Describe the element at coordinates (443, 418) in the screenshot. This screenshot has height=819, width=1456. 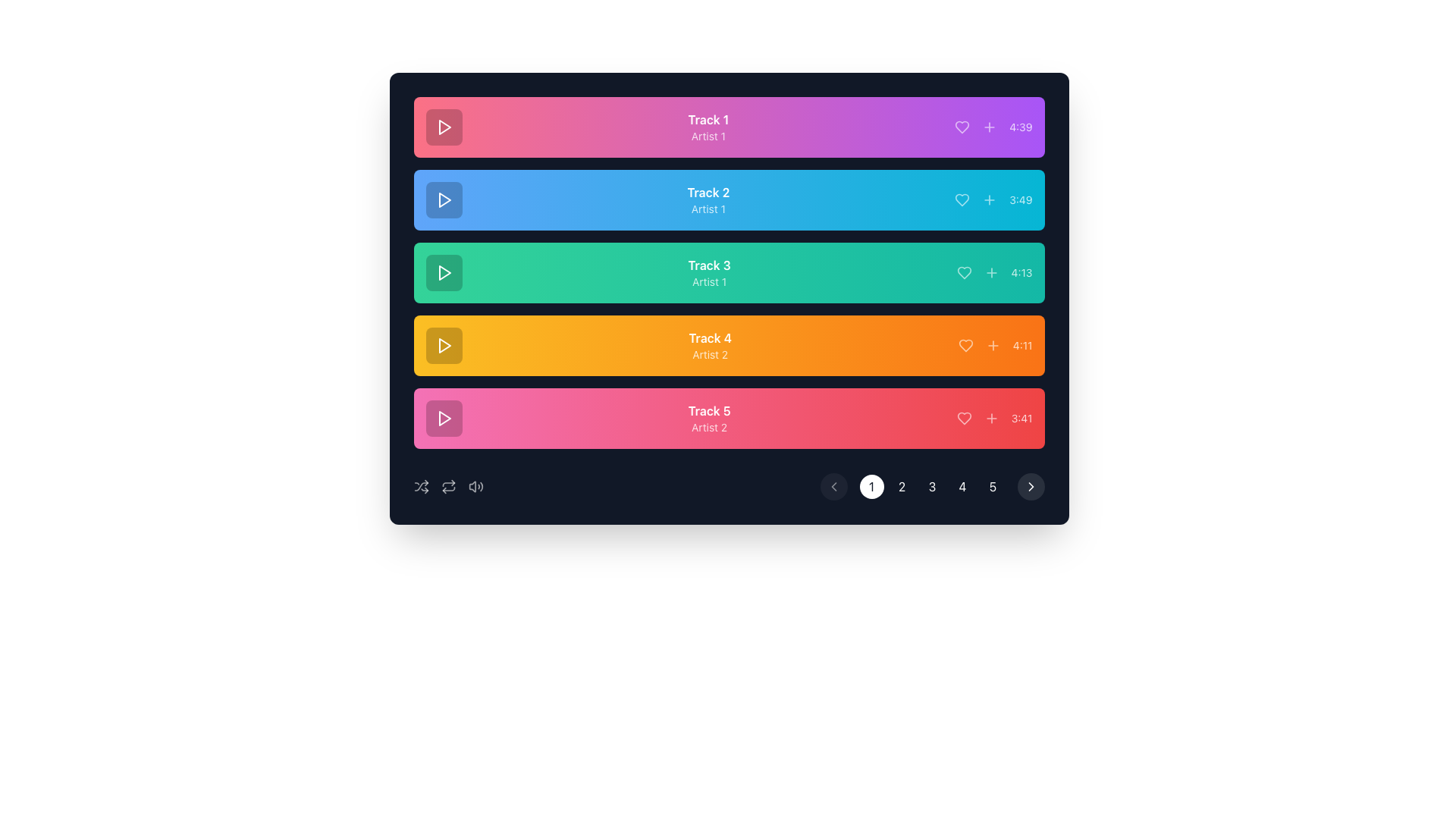
I see `the play button located in the bottom-most track (Track 5) at the leftmost position to initiate playback for the associated track` at that location.